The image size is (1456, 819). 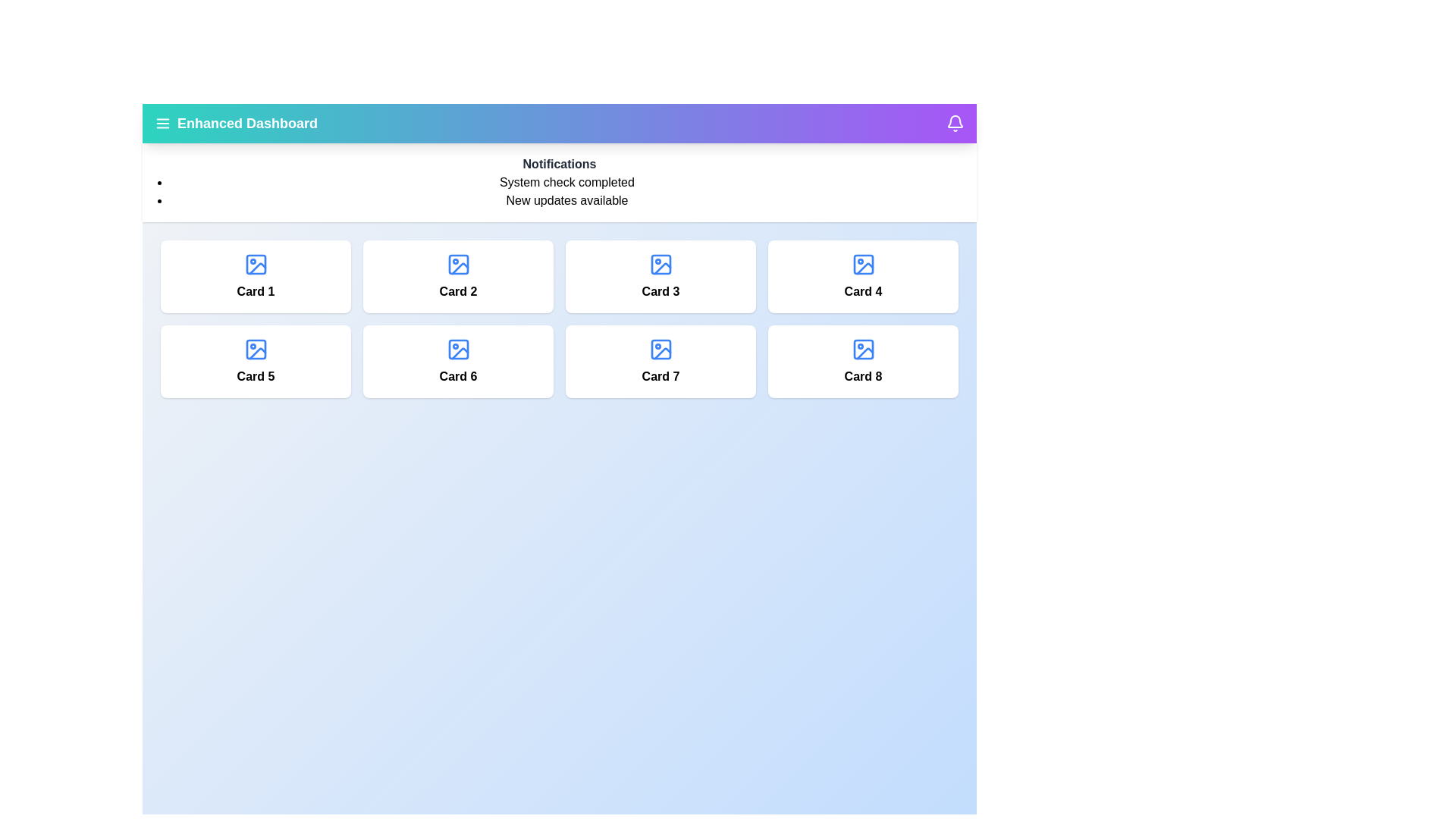 I want to click on the bell icon to toggle the visibility of the notifications section, so click(x=954, y=122).